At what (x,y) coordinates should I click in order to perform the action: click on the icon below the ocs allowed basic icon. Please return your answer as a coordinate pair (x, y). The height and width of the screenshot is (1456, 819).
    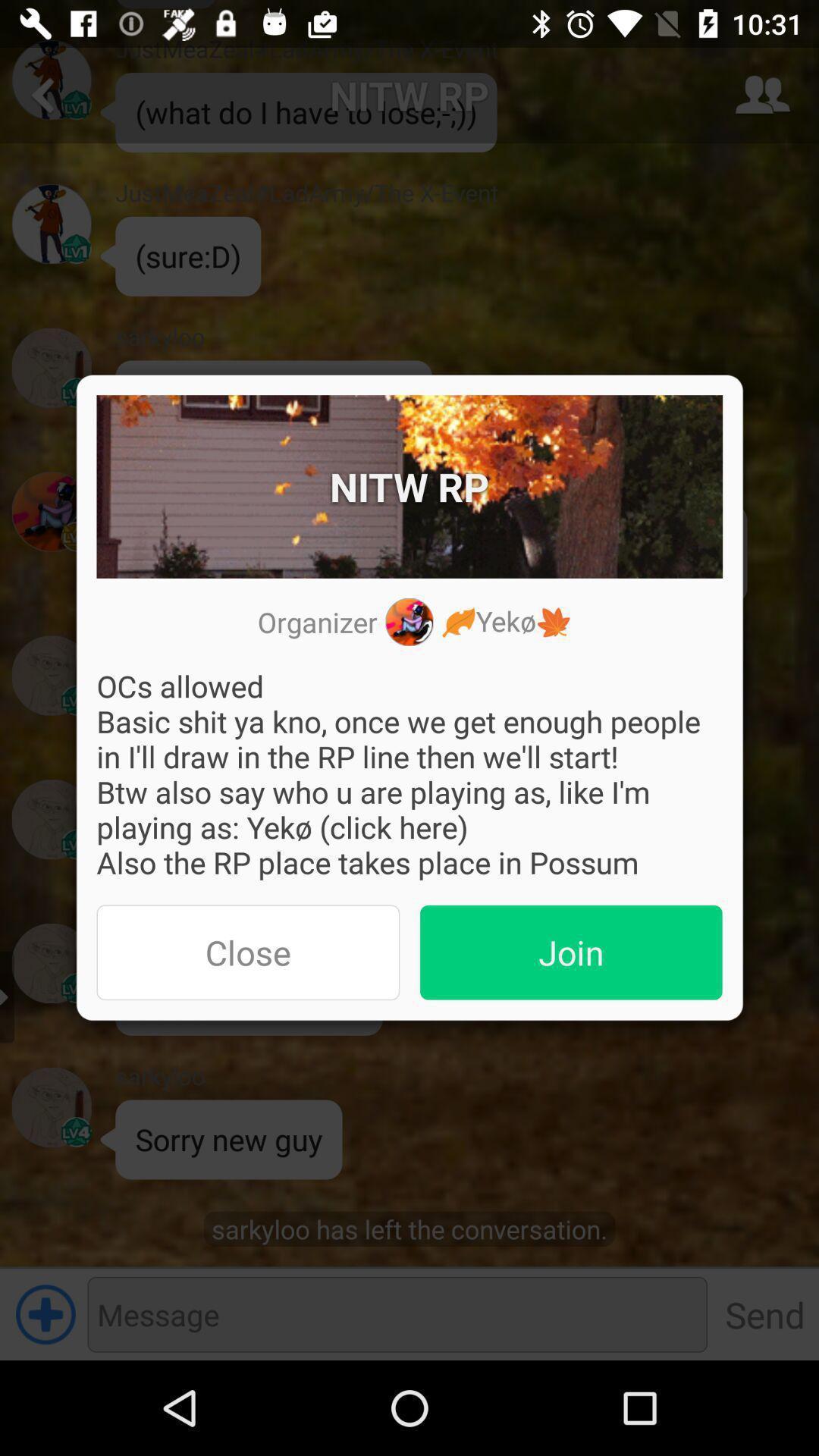
    Looking at the image, I should click on (571, 952).